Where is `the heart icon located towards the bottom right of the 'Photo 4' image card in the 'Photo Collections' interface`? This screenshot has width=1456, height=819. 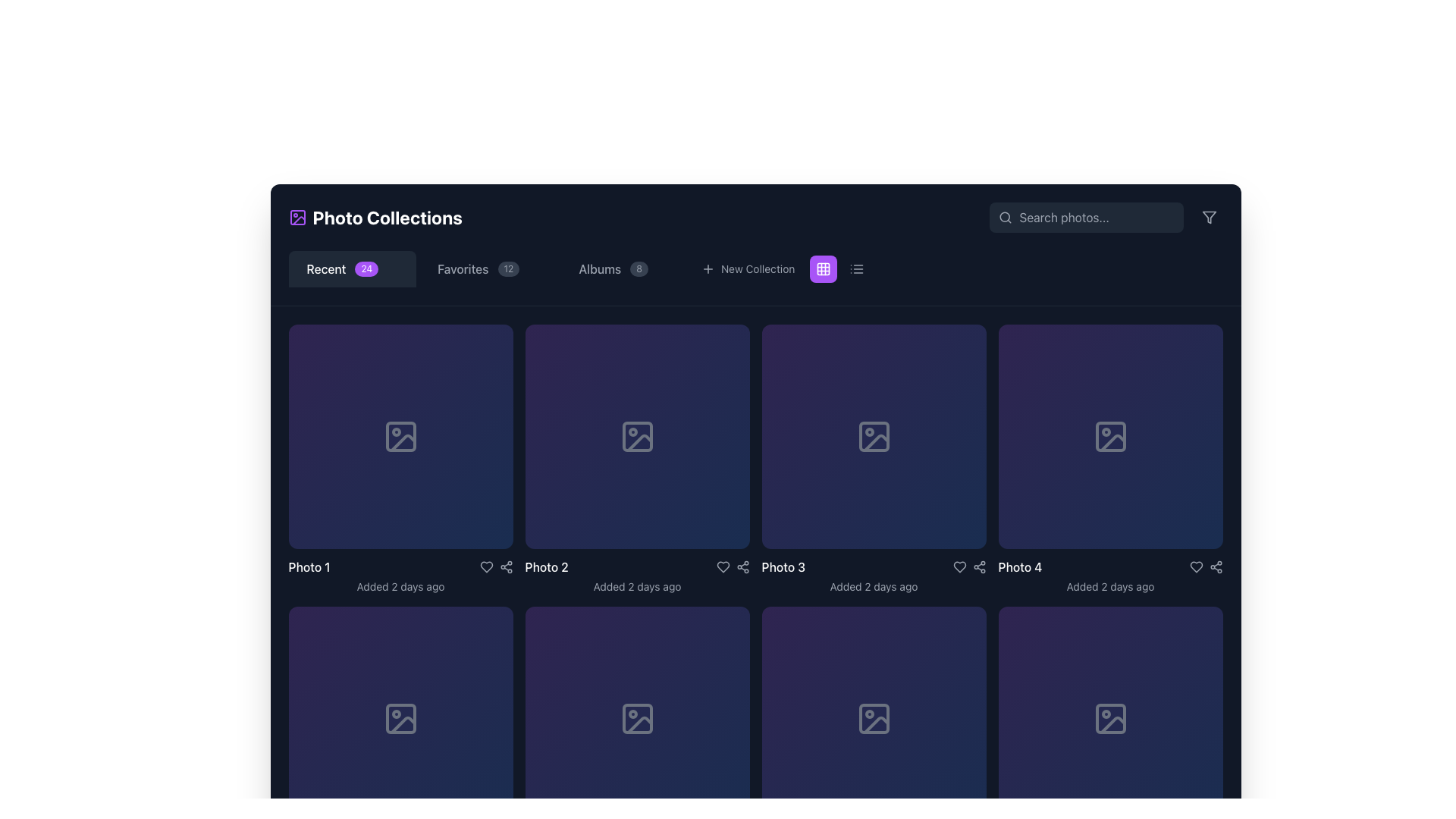
the heart icon located towards the bottom right of the 'Photo 4' image card in the 'Photo Collections' interface is located at coordinates (1195, 567).